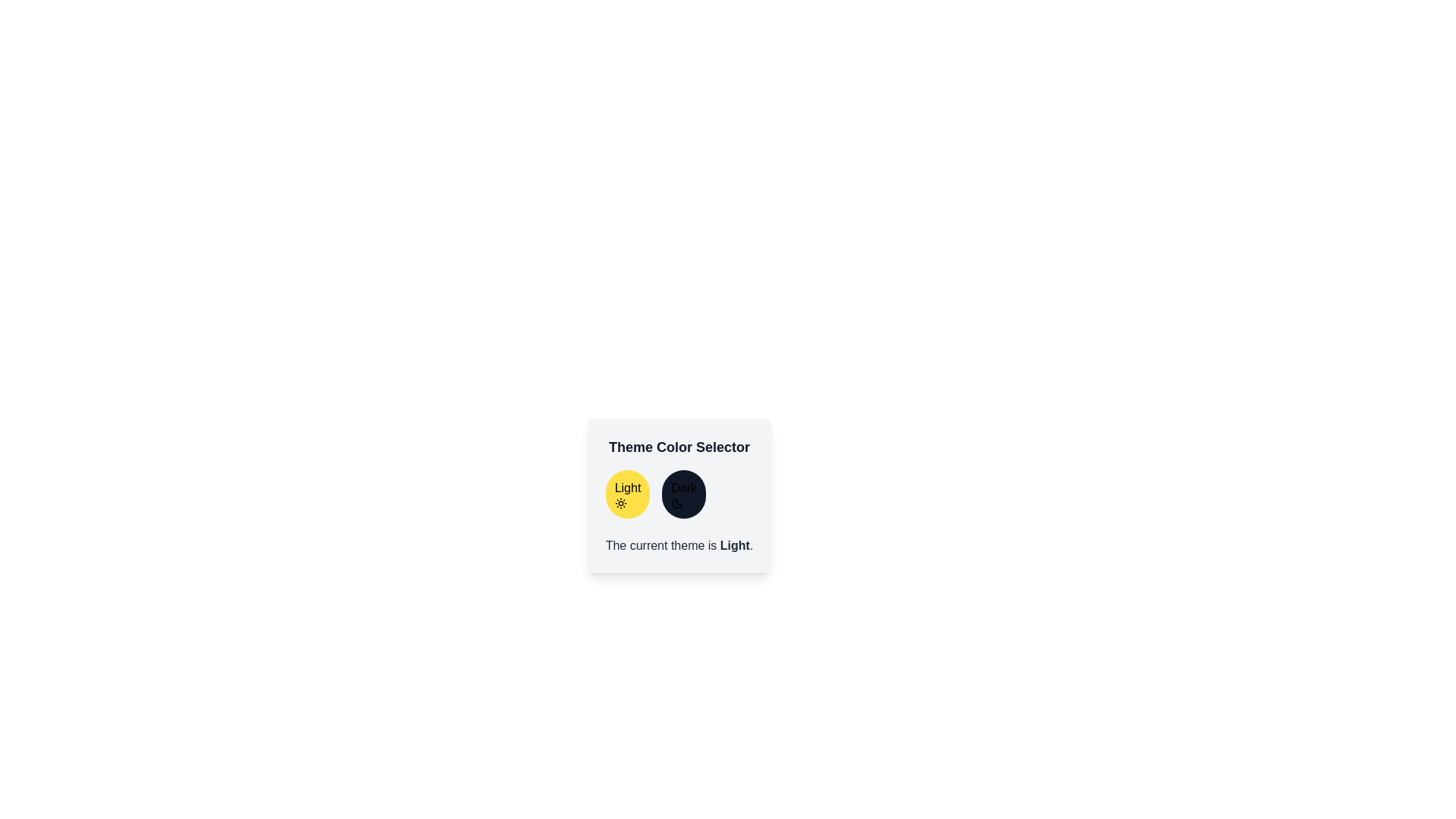 The width and height of the screenshot is (1456, 819). What do you see at coordinates (627, 494) in the screenshot?
I see `the theme button to select the Light theme` at bounding box center [627, 494].